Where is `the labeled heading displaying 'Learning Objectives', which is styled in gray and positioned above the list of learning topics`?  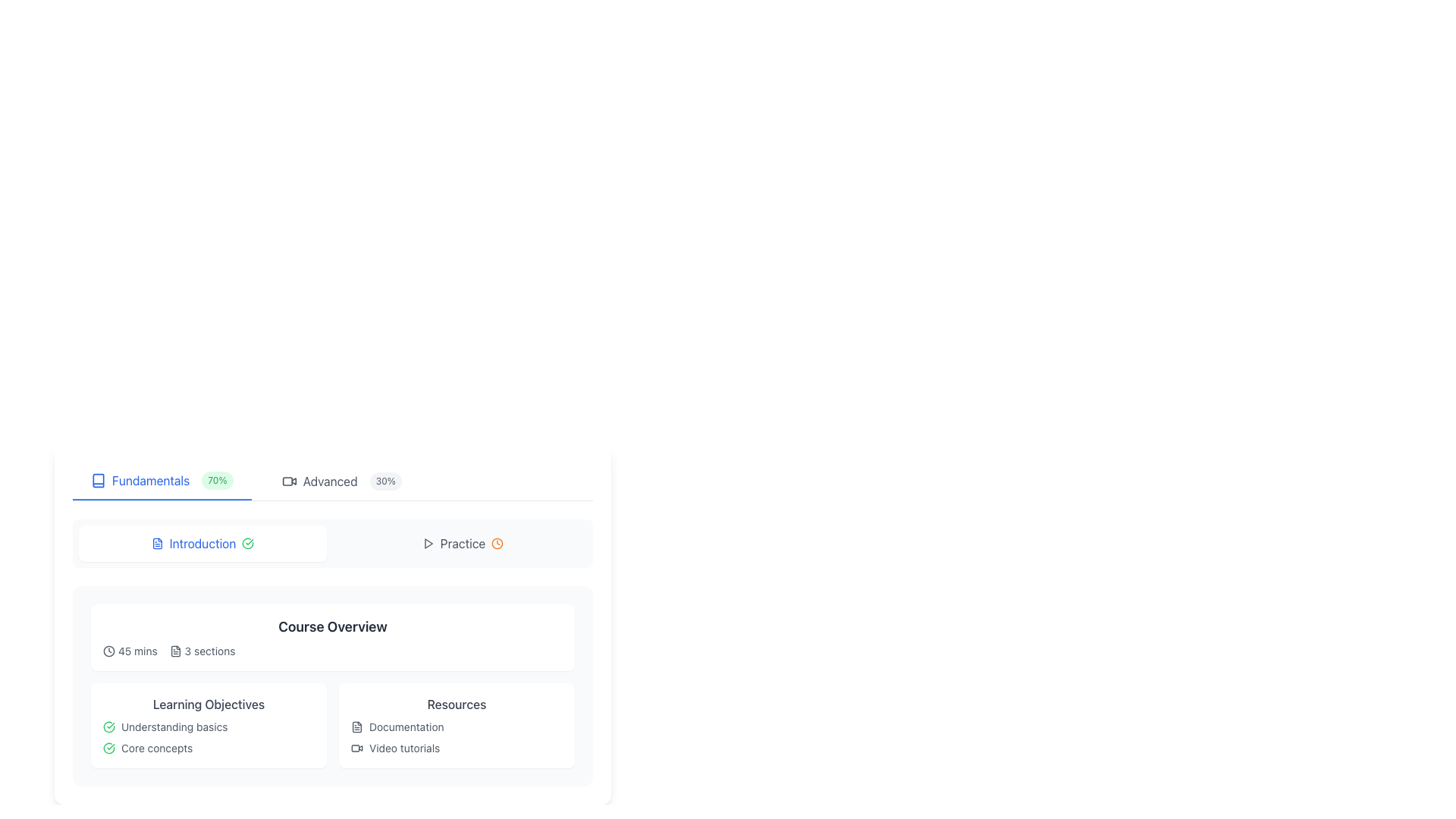 the labeled heading displaying 'Learning Objectives', which is styled in gray and positioned above the list of learning topics is located at coordinates (208, 704).